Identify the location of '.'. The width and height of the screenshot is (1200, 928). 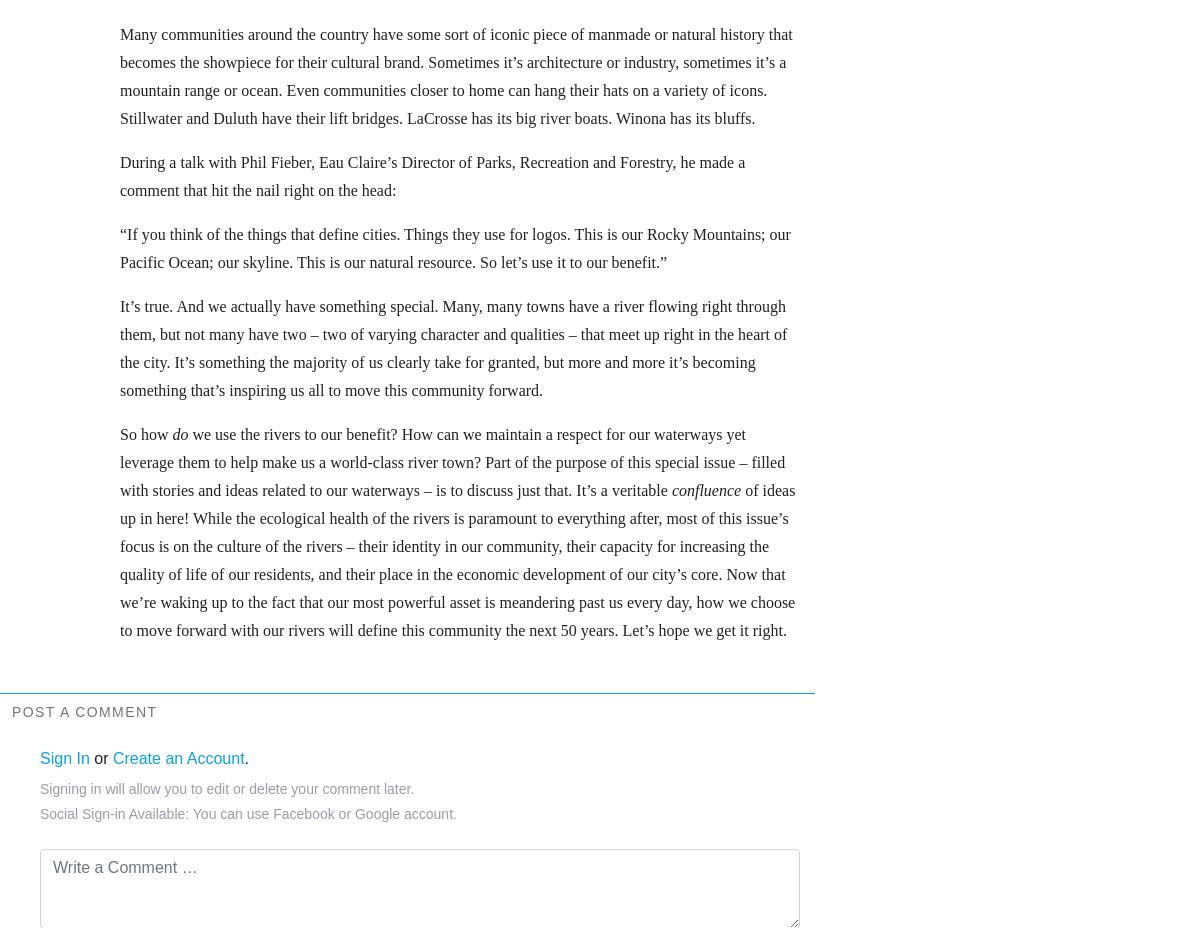
(245, 757).